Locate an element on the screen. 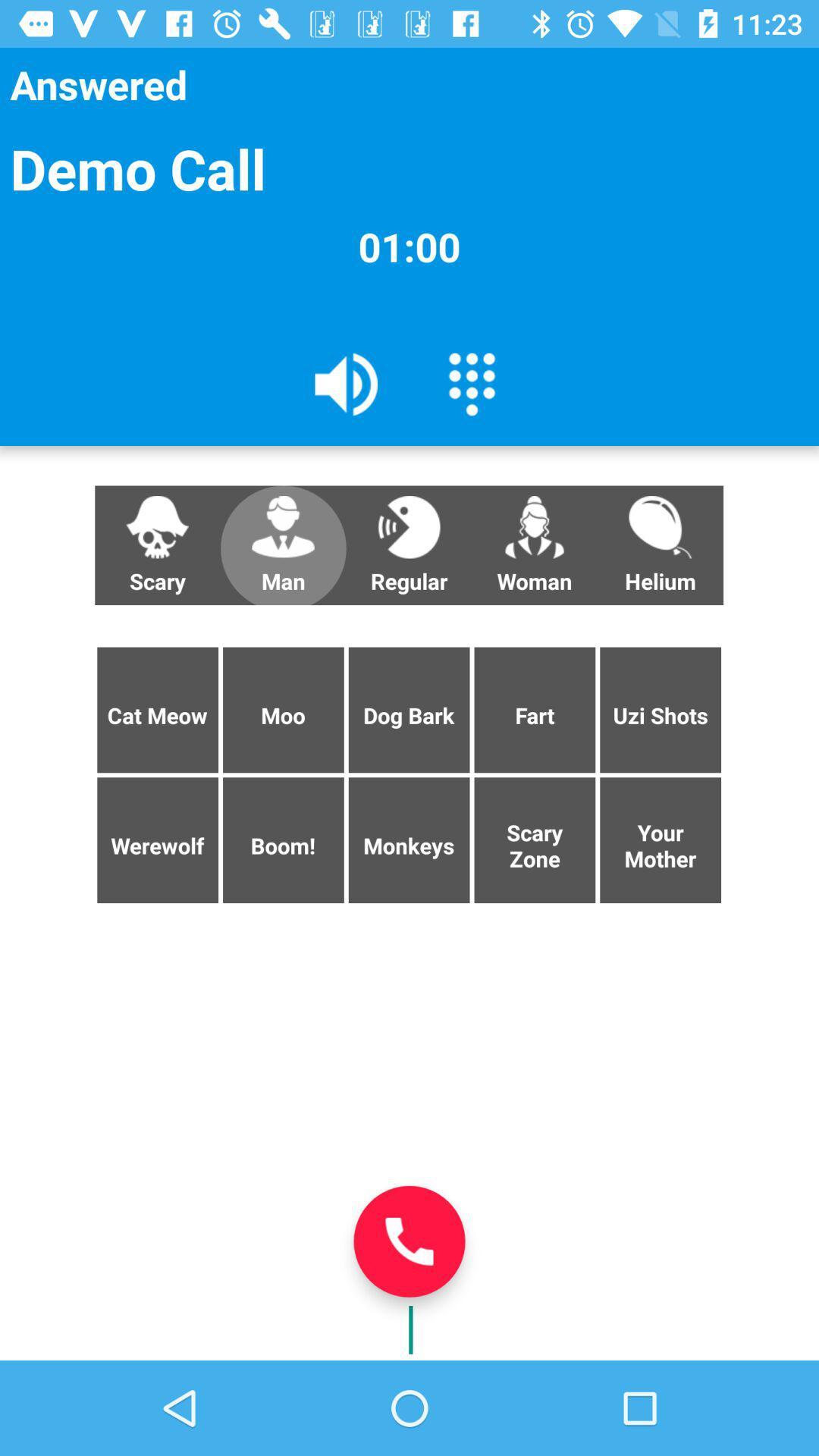  the call icon is located at coordinates (409, 1241).